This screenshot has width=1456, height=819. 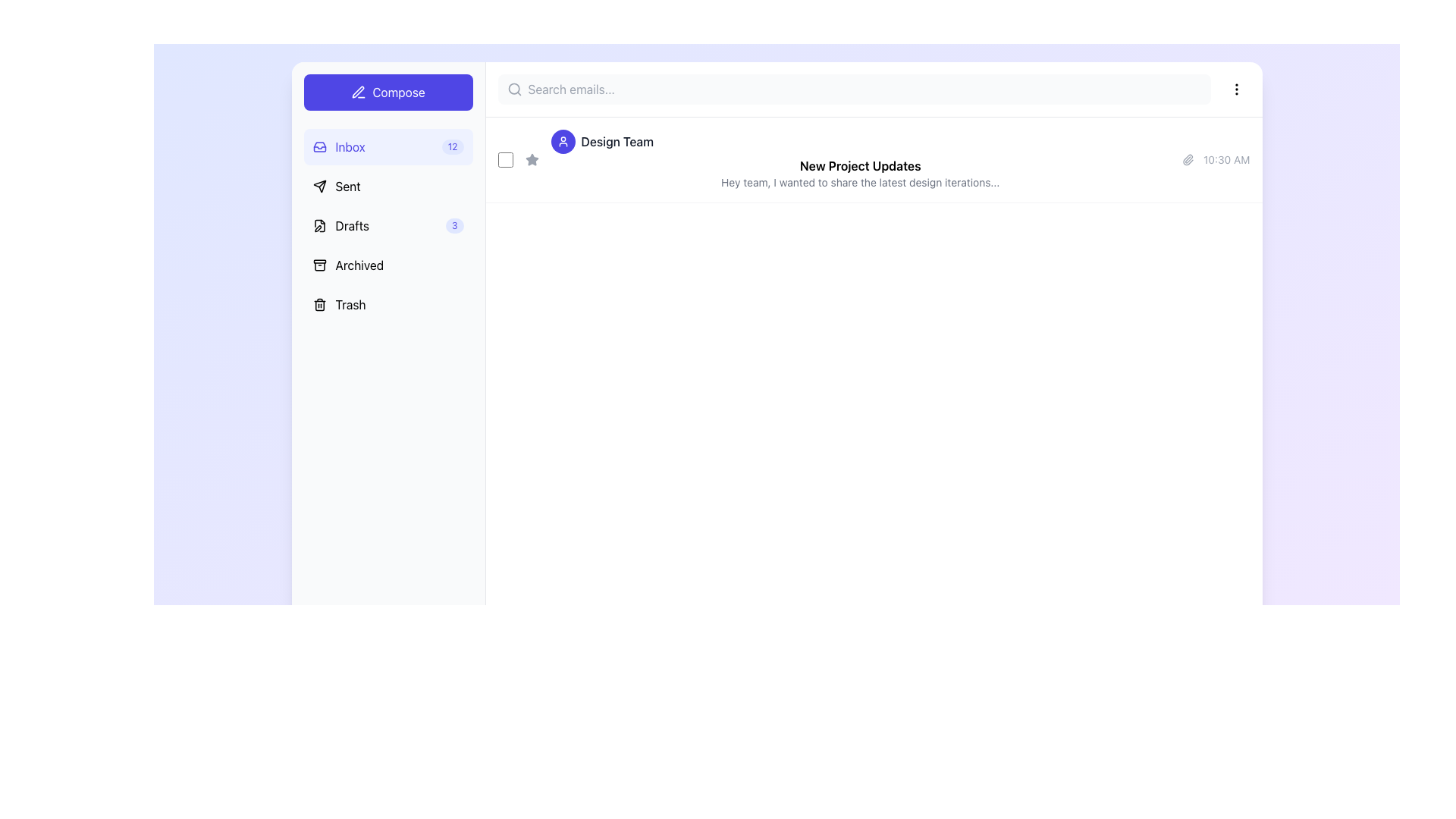 I want to click on the 'Archived' clickable navigation link in the vertical menu using keyboard selection, so click(x=347, y=265).